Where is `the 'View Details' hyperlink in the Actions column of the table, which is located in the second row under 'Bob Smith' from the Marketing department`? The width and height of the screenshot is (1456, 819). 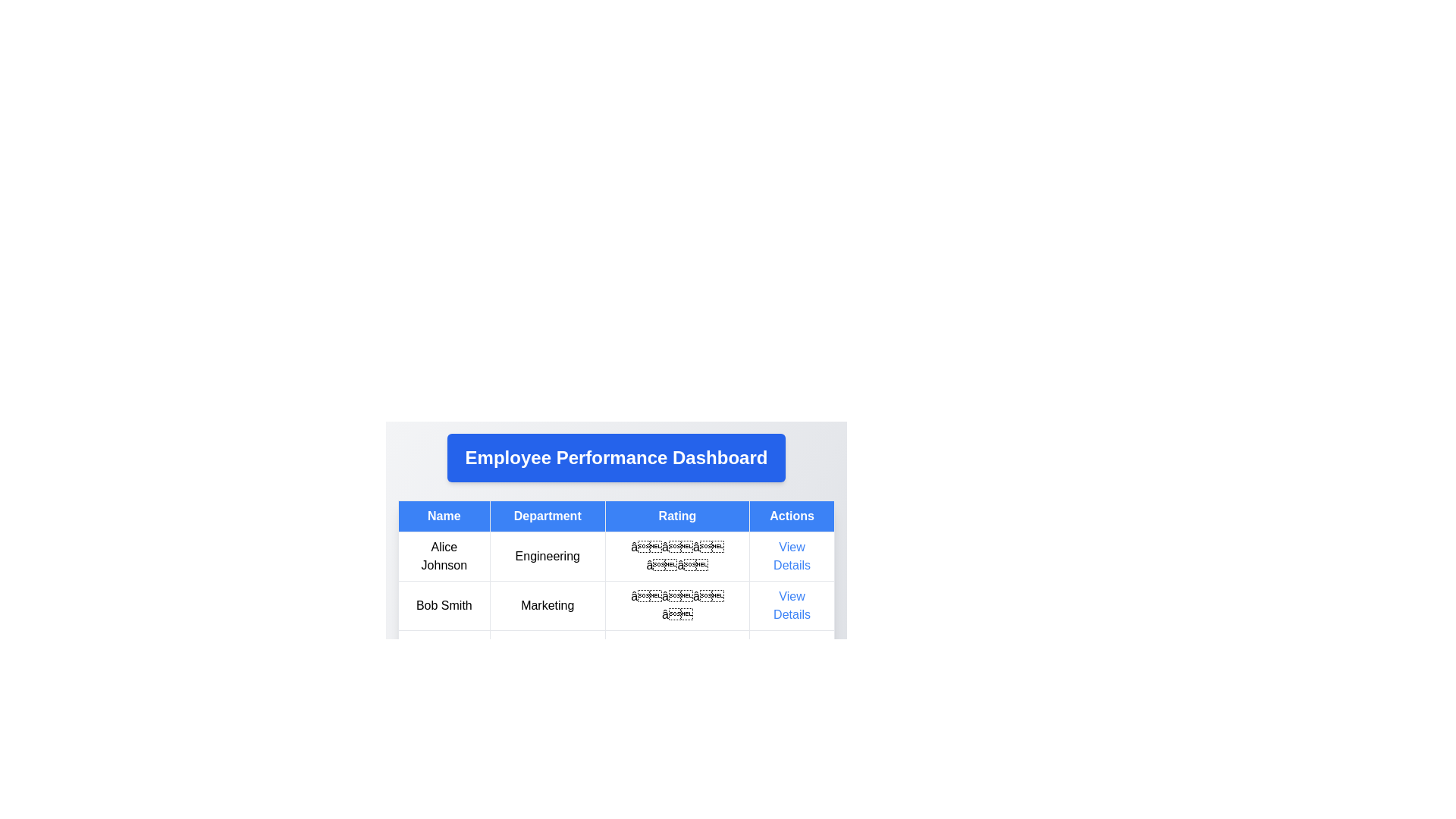 the 'View Details' hyperlink in the Actions column of the table, which is located in the second row under 'Bob Smith' from the Marketing department is located at coordinates (791, 604).